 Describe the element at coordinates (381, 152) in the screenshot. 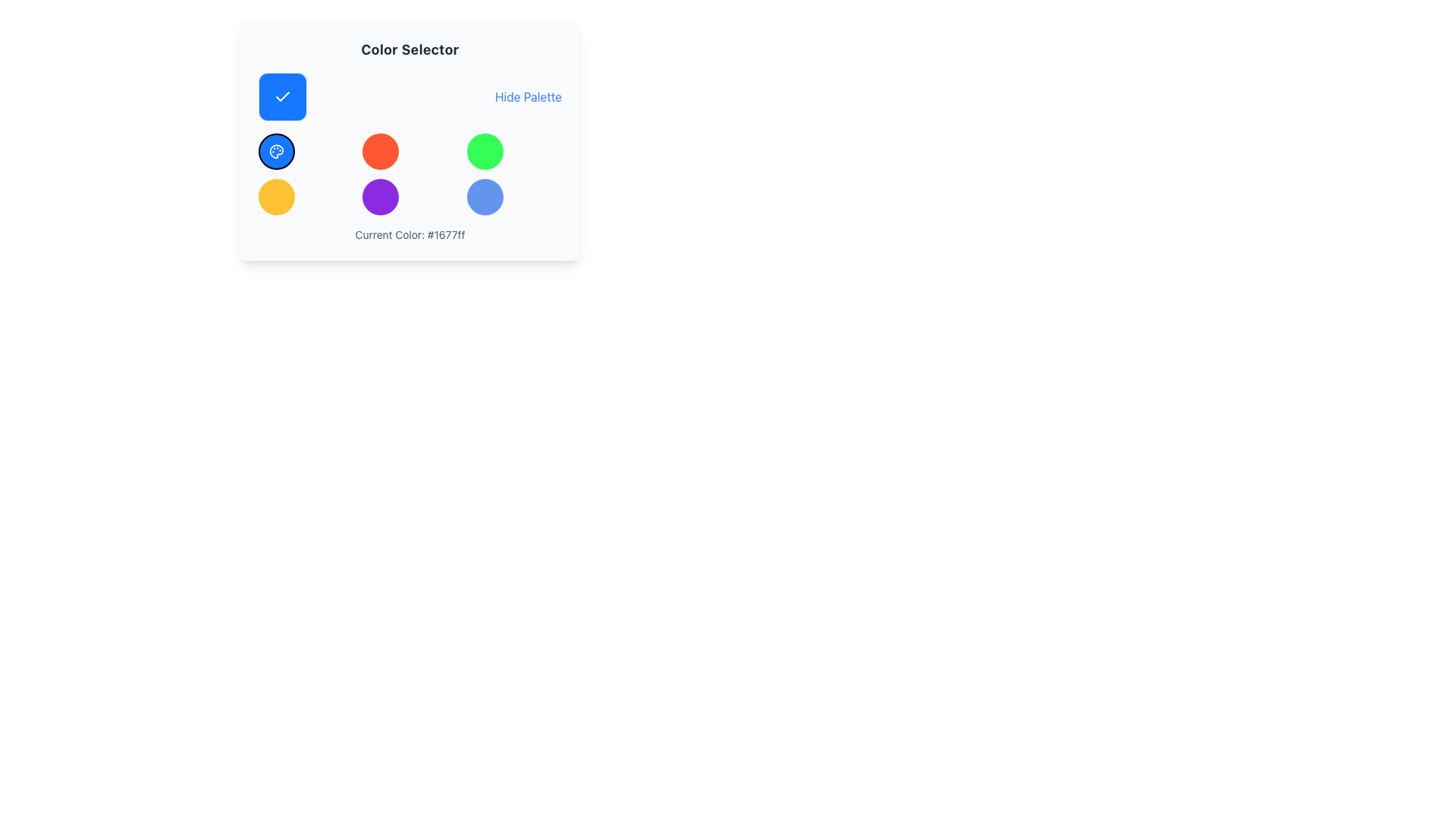

I see `the circular bright red button in the second row and second column of the color selector grid` at that location.